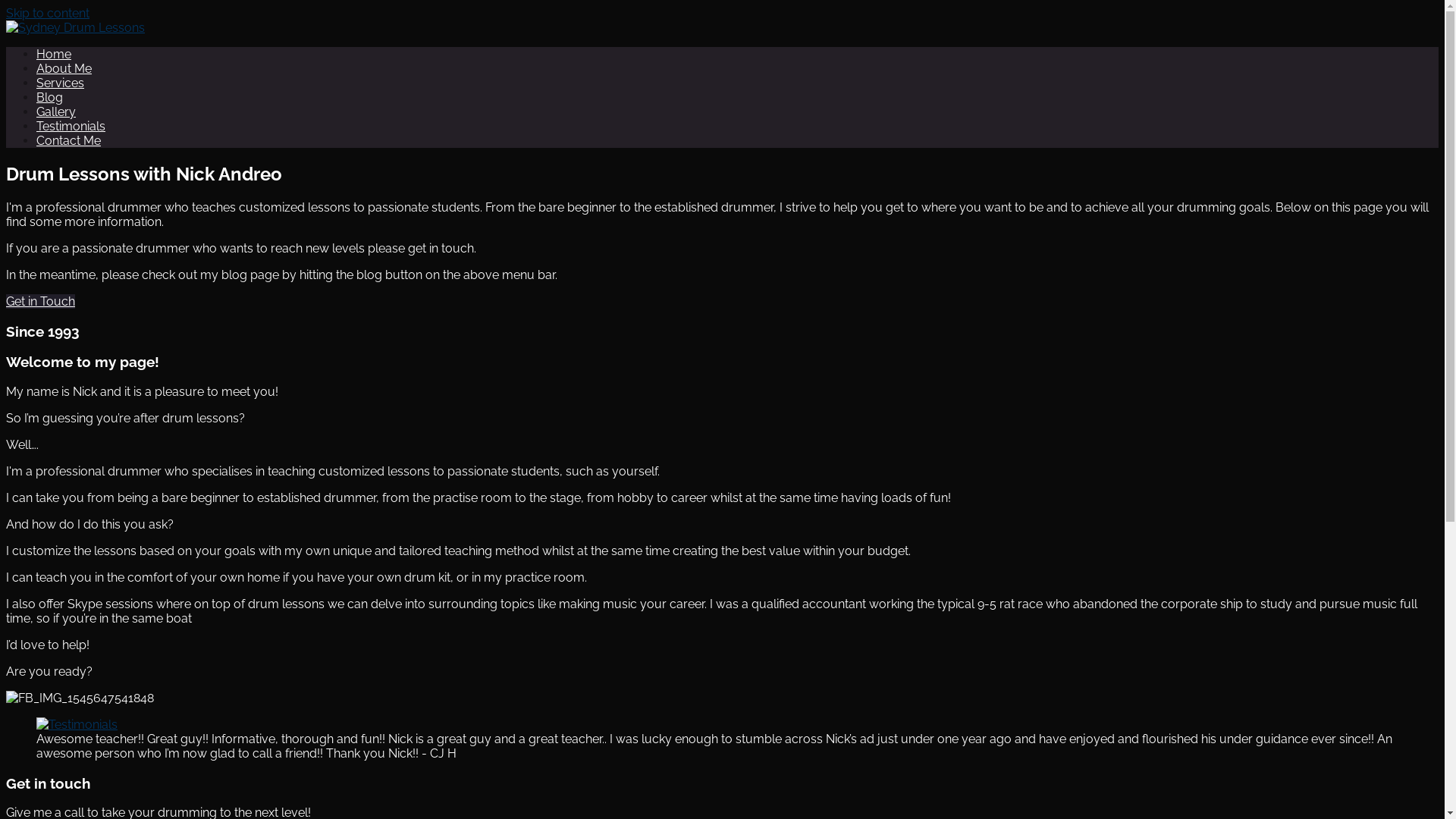 This screenshot has width=1456, height=819. I want to click on 'Contact Me', so click(67, 140).